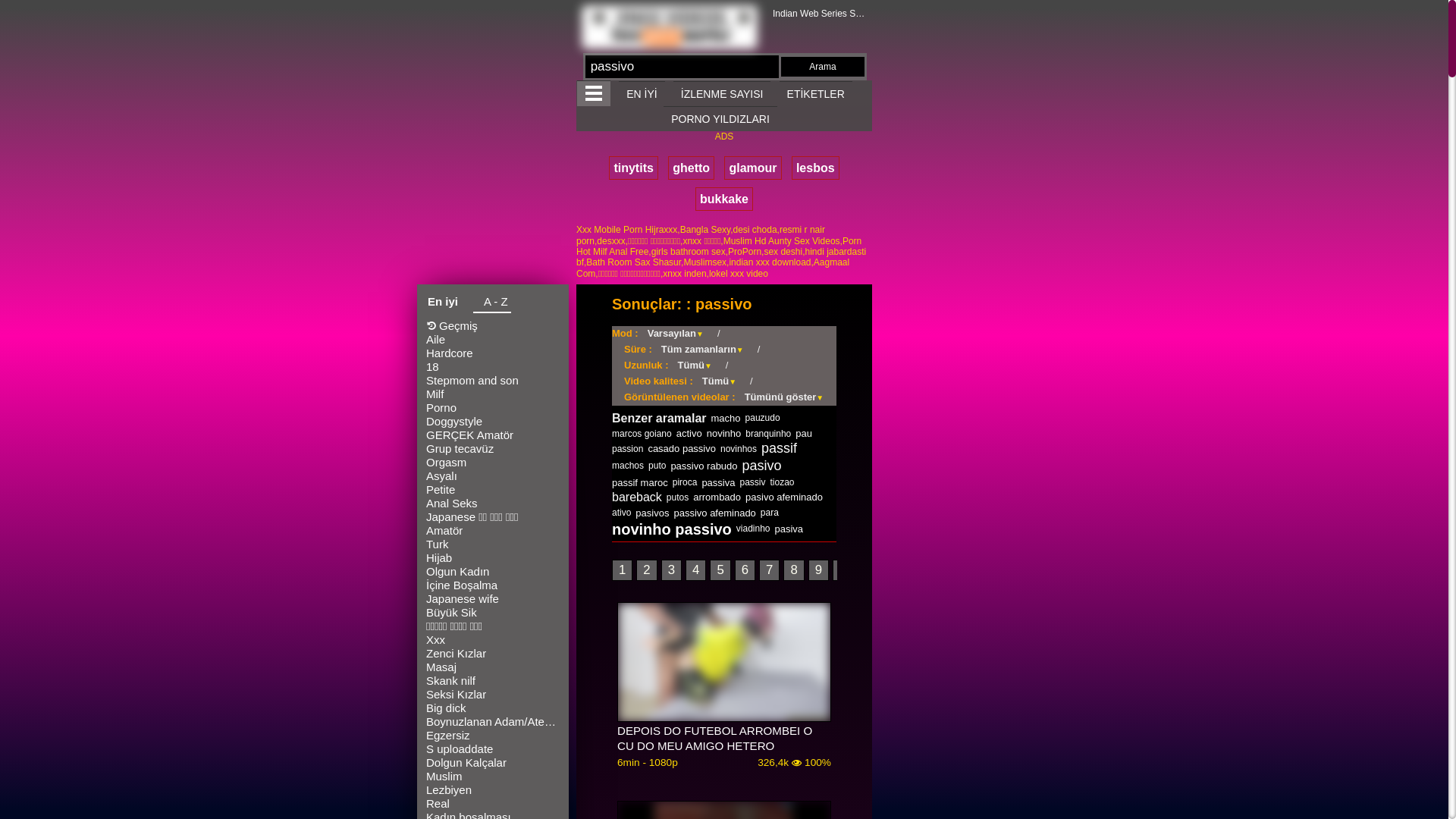 The height and width of the screenshot is (819, 1456). I want to click on 'pasiva', so click(789, 528).